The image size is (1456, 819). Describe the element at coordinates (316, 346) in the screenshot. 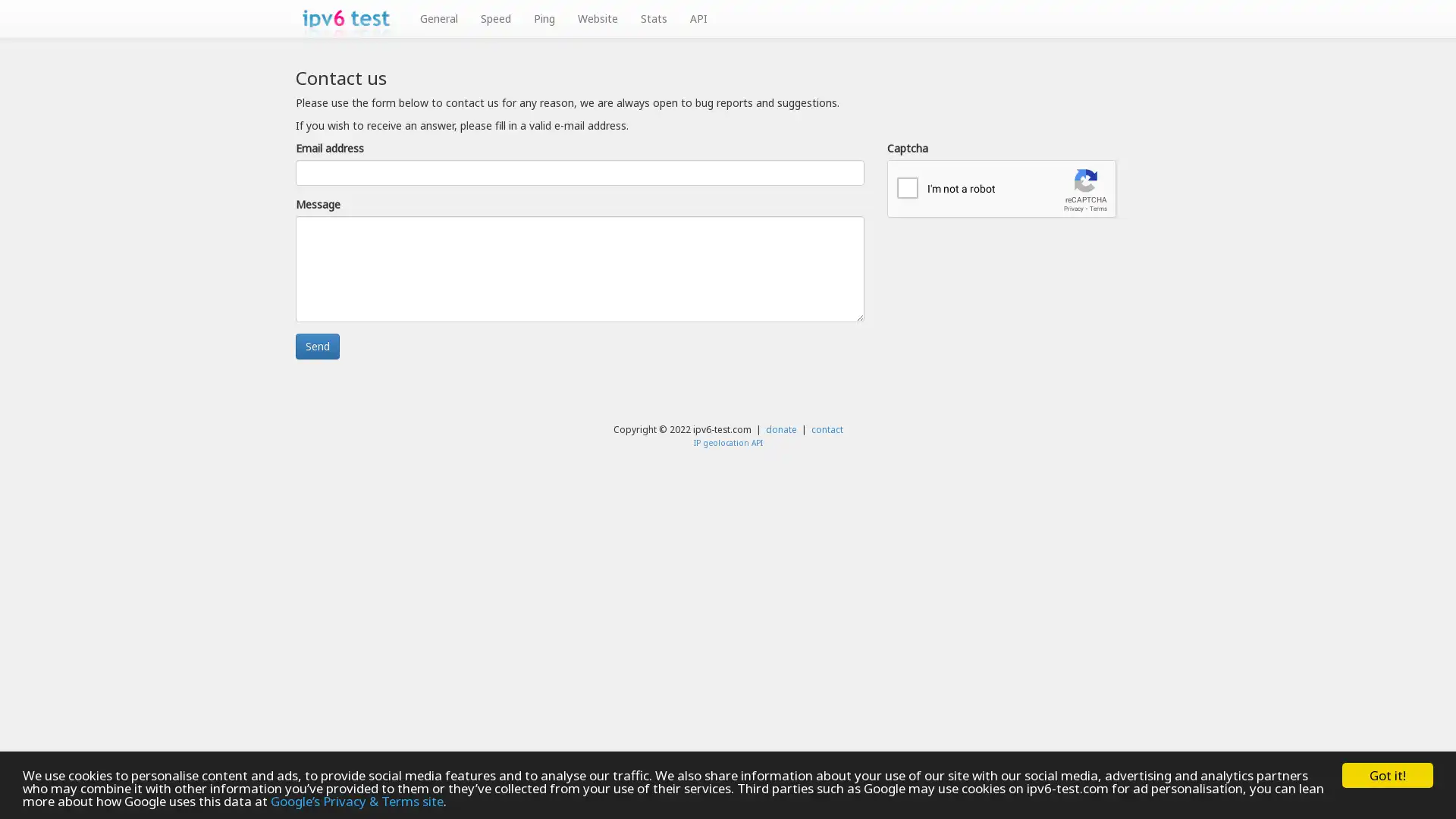

I see `Send` at that location.